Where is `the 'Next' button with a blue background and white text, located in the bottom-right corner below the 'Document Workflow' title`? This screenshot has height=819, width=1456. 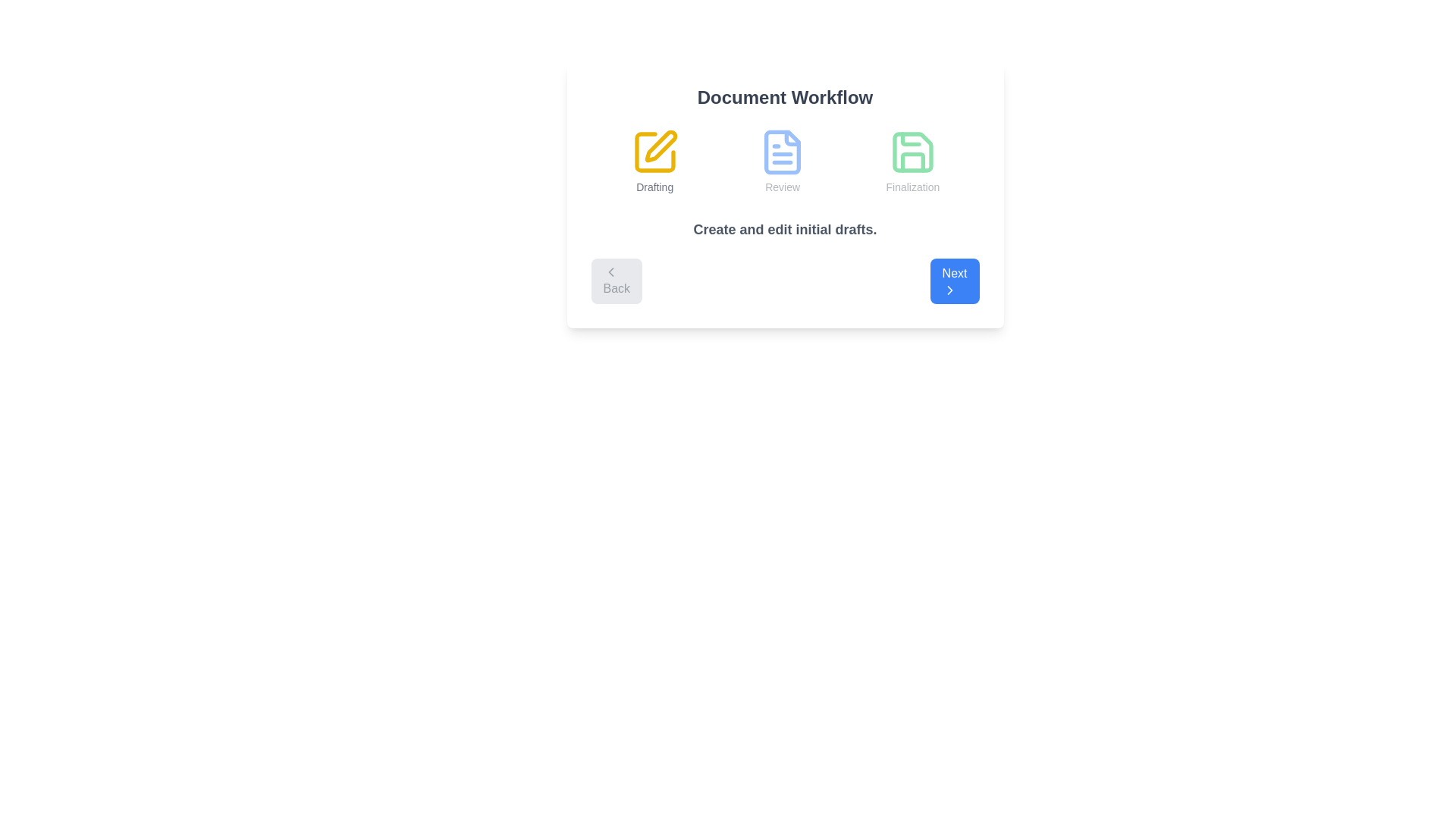 the 'Next' button with a blue background and white text, located in the bottom-right corner below the 'Document Workflow' title is located at coordinates (954, 281).